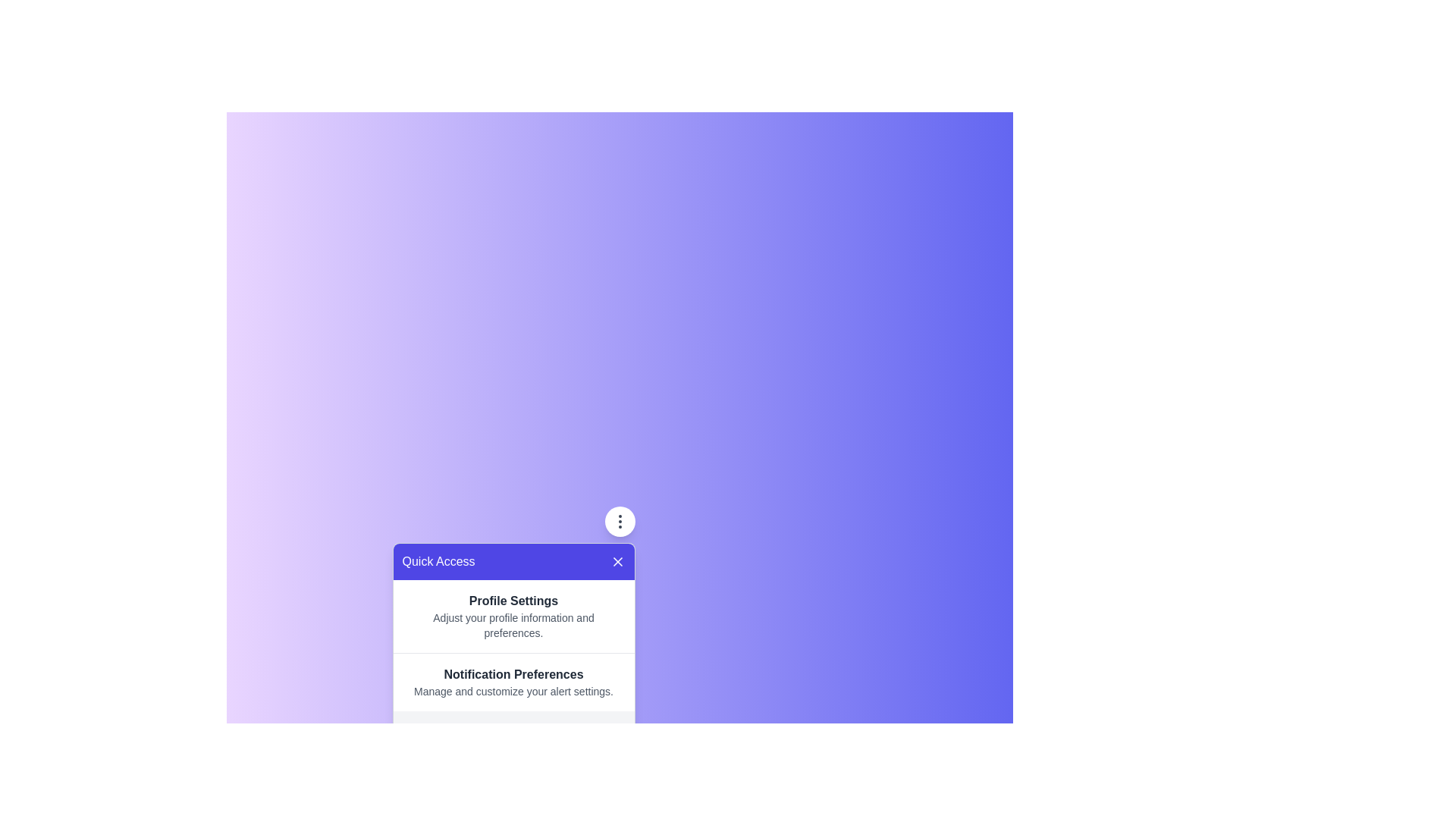 Image resolution: width=1456 pixels, height=819 pixels. What do you see at coordinates (617, 561) in the screenshot?
I see `the close button located at the top-right corner of the 'Quick Access' pop-up box` at bounding box center [617, 561].